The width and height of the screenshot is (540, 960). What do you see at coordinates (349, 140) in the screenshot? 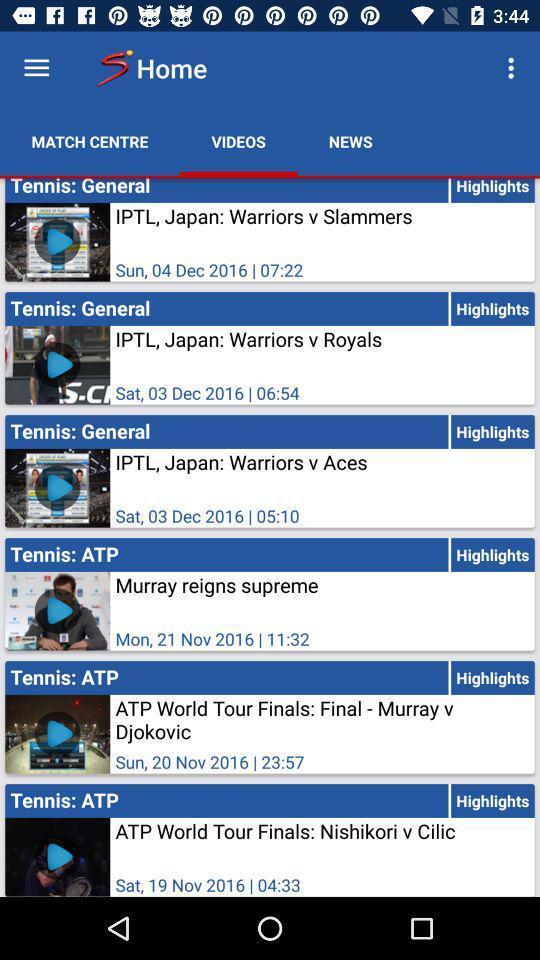
I see `news icon` at bounding box center [349, 140].